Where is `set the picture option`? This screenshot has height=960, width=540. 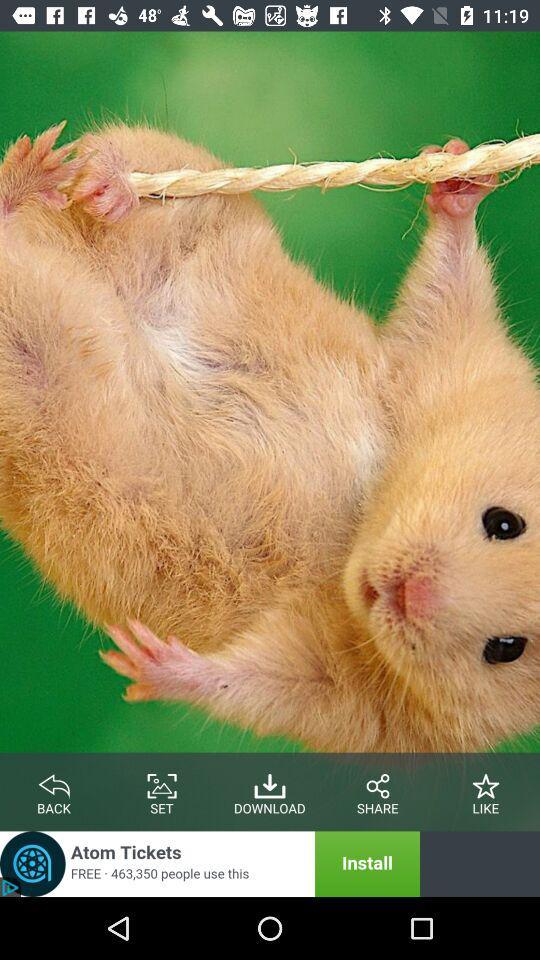 set the picture option is located at coordinates (161, 782).